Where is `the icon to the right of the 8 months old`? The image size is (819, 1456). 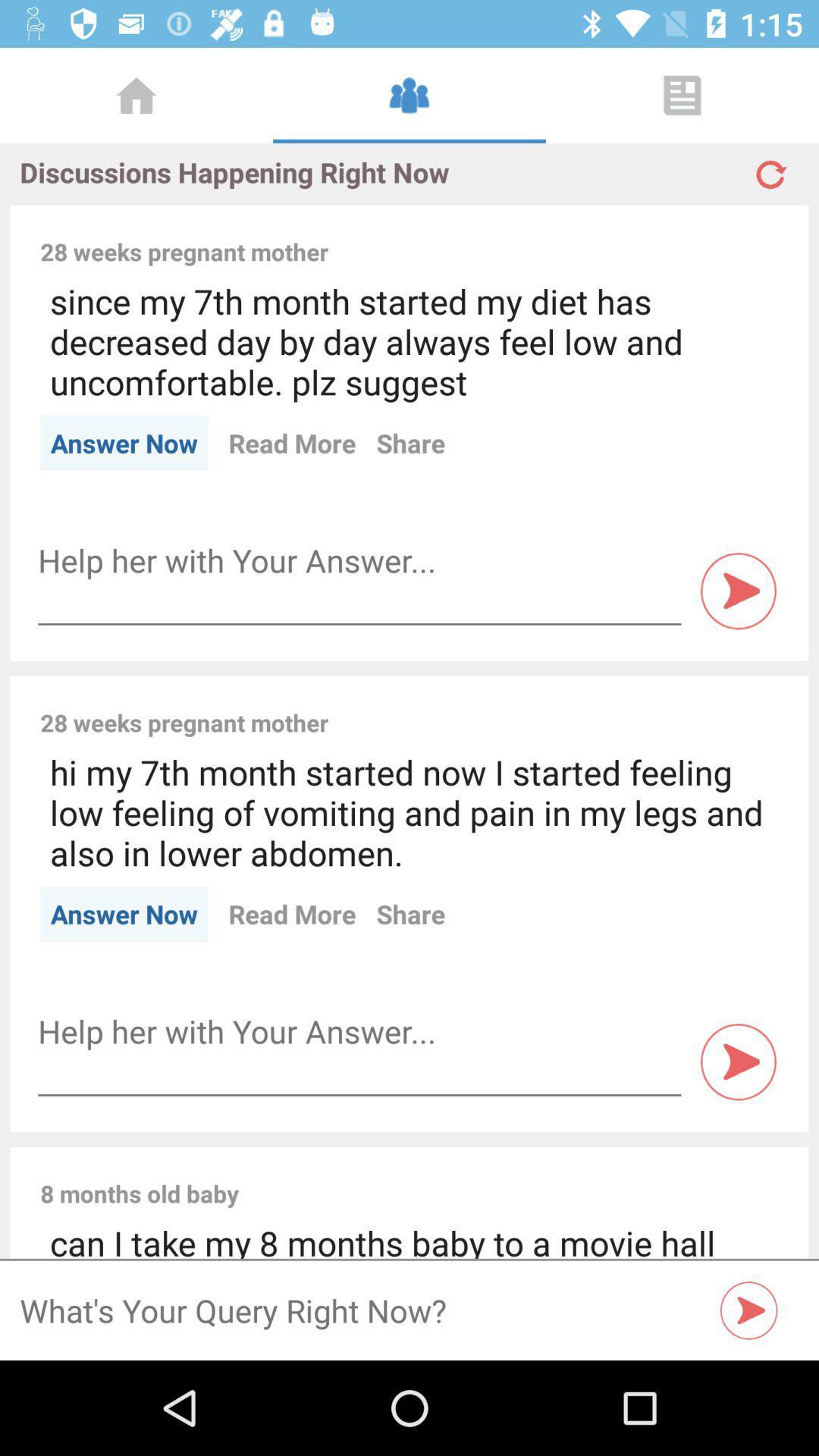 the icon to the right of the 8 months old is located at coordinates (518, 1176).